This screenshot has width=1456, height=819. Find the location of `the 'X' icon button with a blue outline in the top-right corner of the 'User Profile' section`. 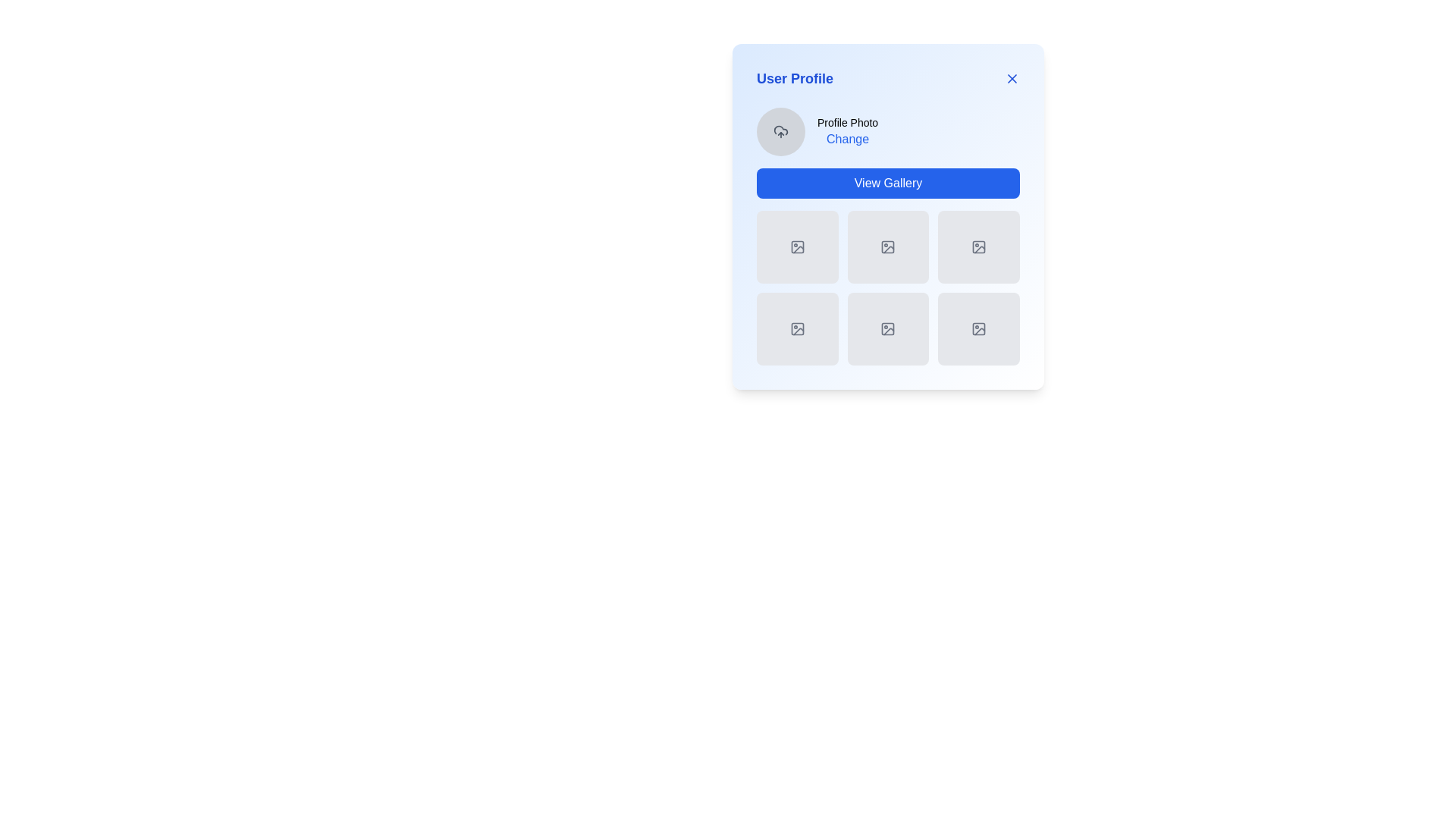

the 'X' icon button with a blue outline in the top-right corner of the 'User Profile' section is located at coordinates (1012, 79).